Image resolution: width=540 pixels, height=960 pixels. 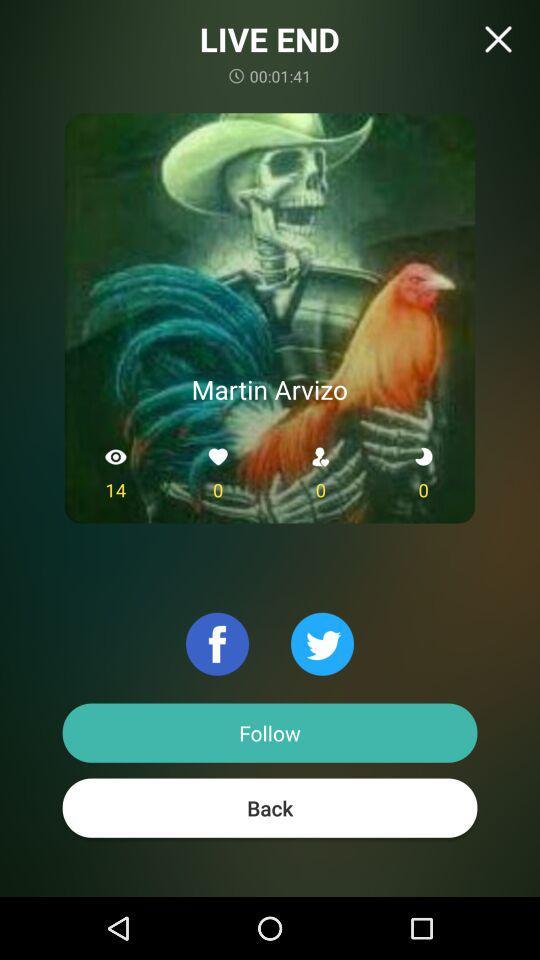 I want to click on the twitter icon, so click(x=322, y=643).